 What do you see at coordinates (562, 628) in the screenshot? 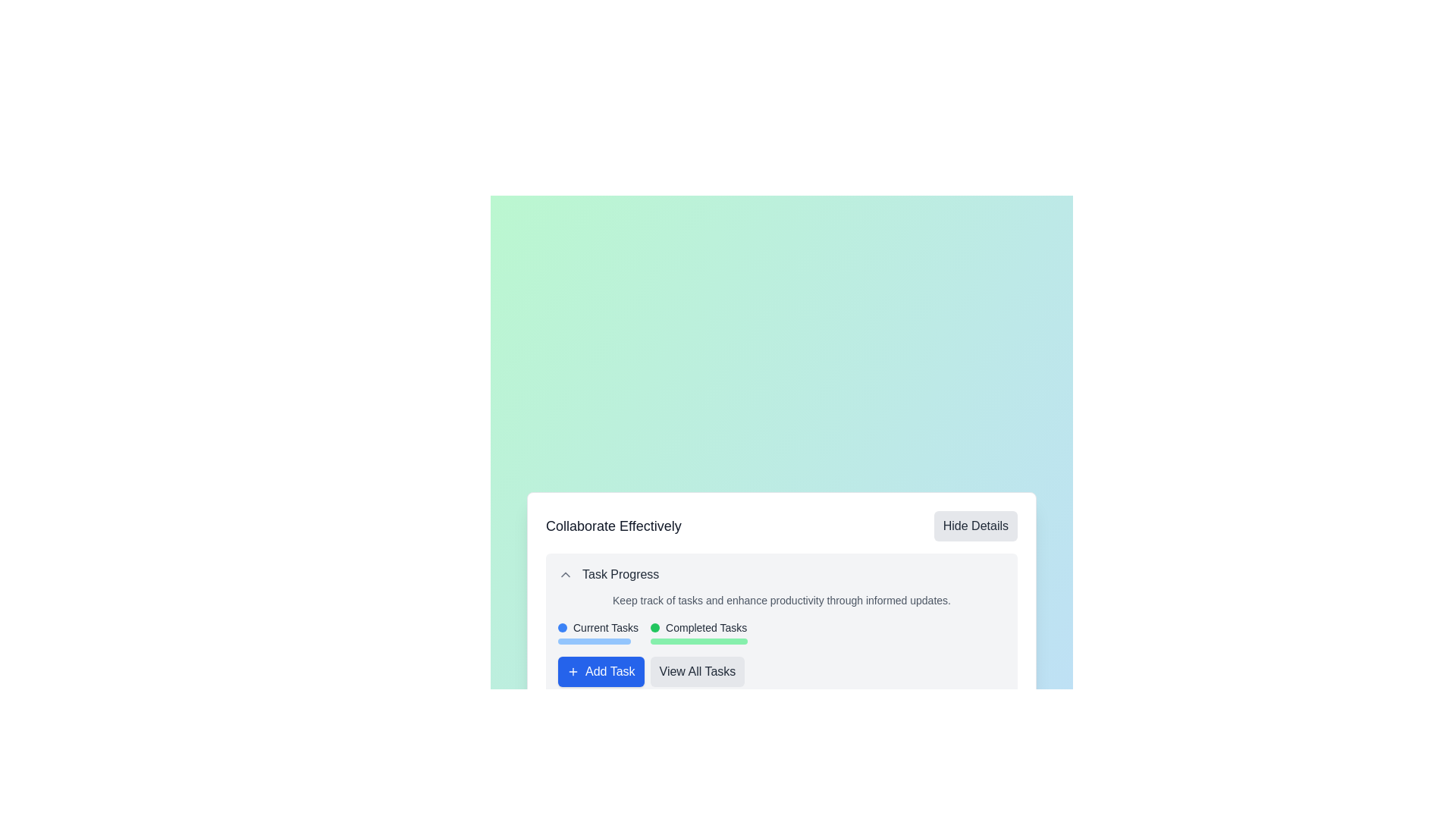
I see `small circular blue icon located to the left of the 'Current Tasks' label for styling or attributes` at bounding box center [562, 628].